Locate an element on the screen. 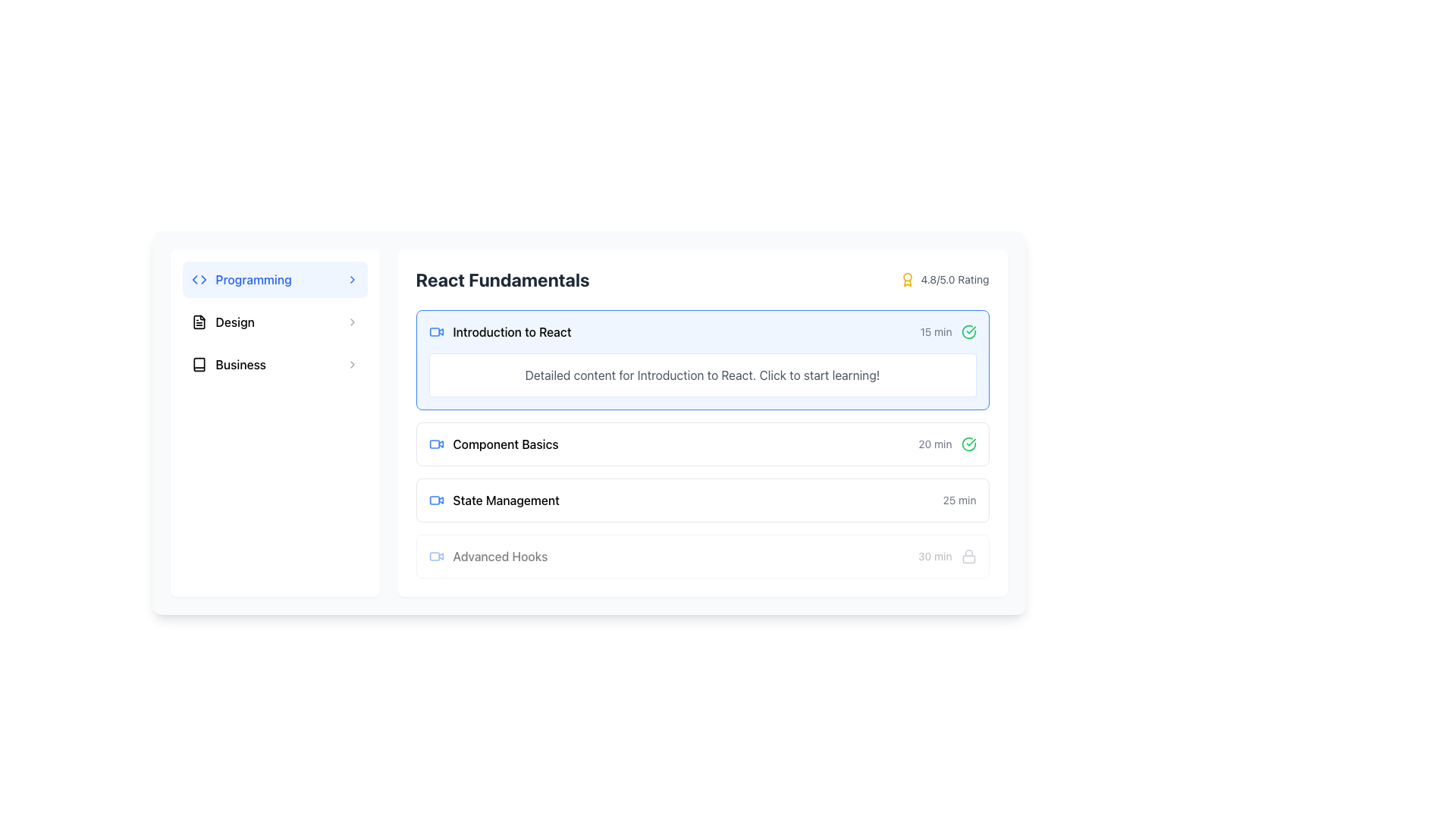 Image resolution: width=1456 pixels, height=819 pixels. the 'Design' button located in the vertical navigation menu on the left sidebar, positioned between 'Programming' and 'Business' is located at coordinates (275, 321).